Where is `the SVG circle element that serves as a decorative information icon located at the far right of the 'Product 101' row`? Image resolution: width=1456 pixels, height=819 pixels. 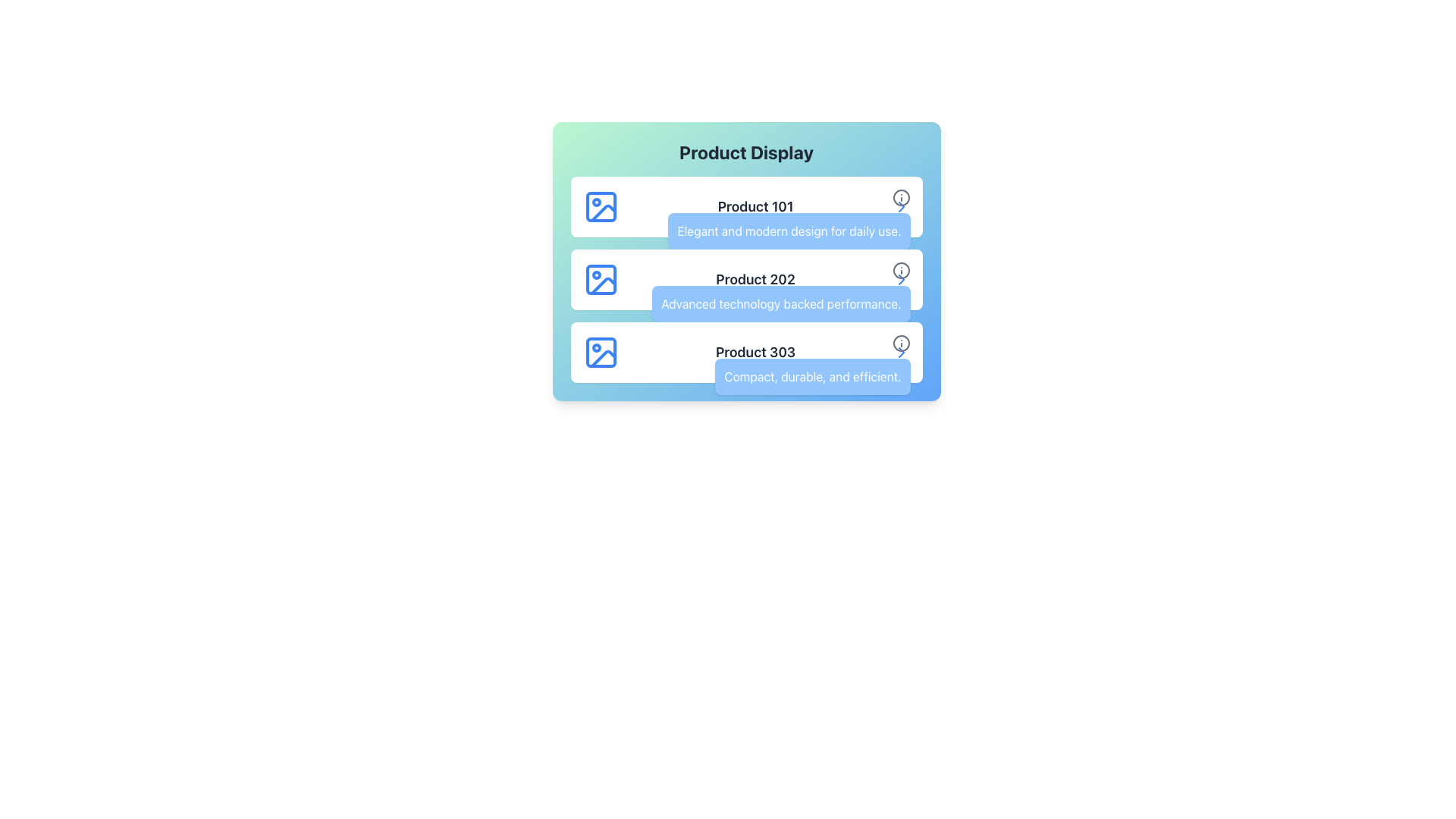
the SVG circle element that serves as a decorative information icon located at the far right of the 'Product 101' row is located at coordinates (901, 197).